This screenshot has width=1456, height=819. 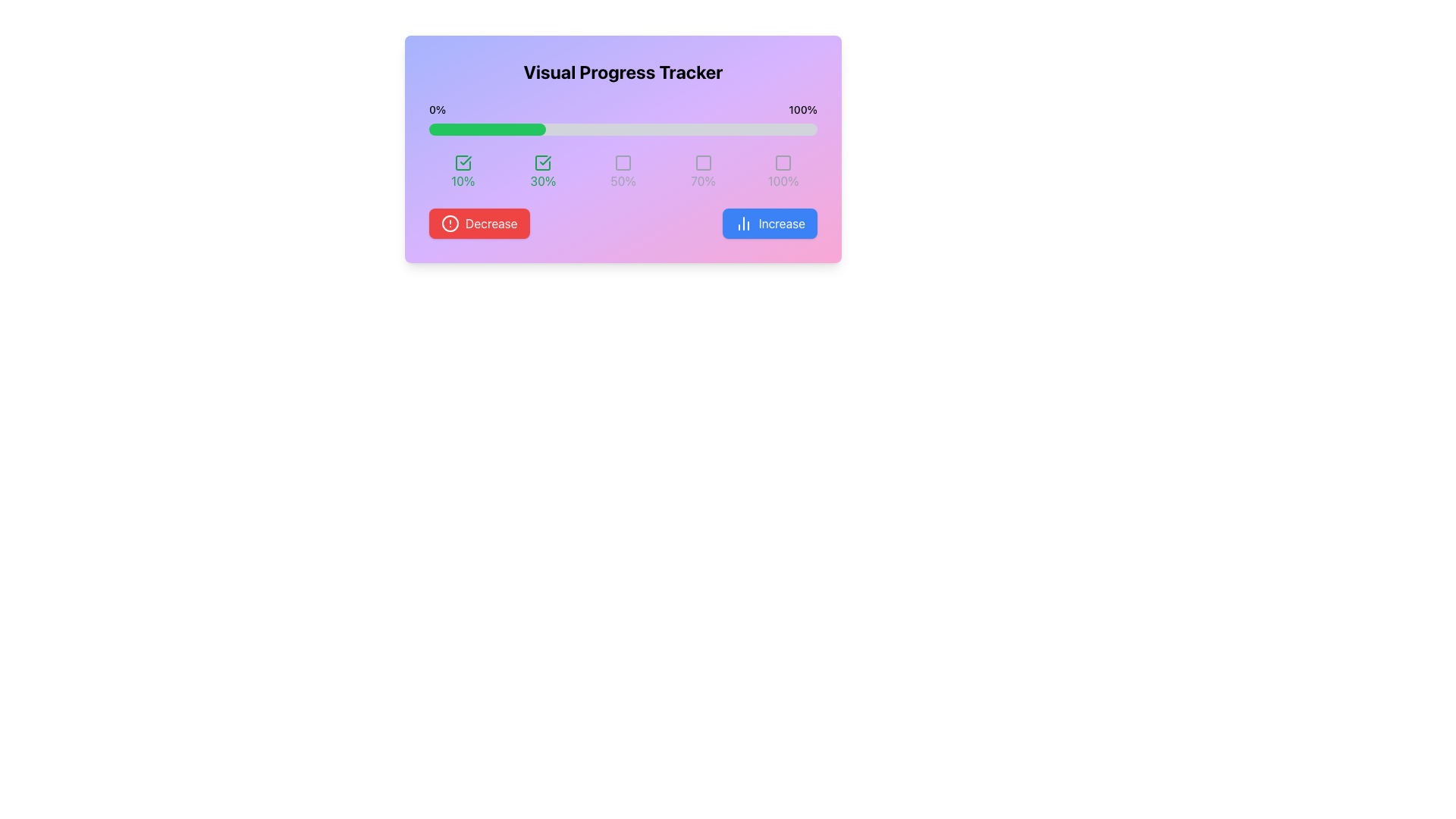 I want to click on the 100% milestone icon in the progress tracker, which is the fifth square in the row, positioned above the '100%' label, so click(x=783, y=163).